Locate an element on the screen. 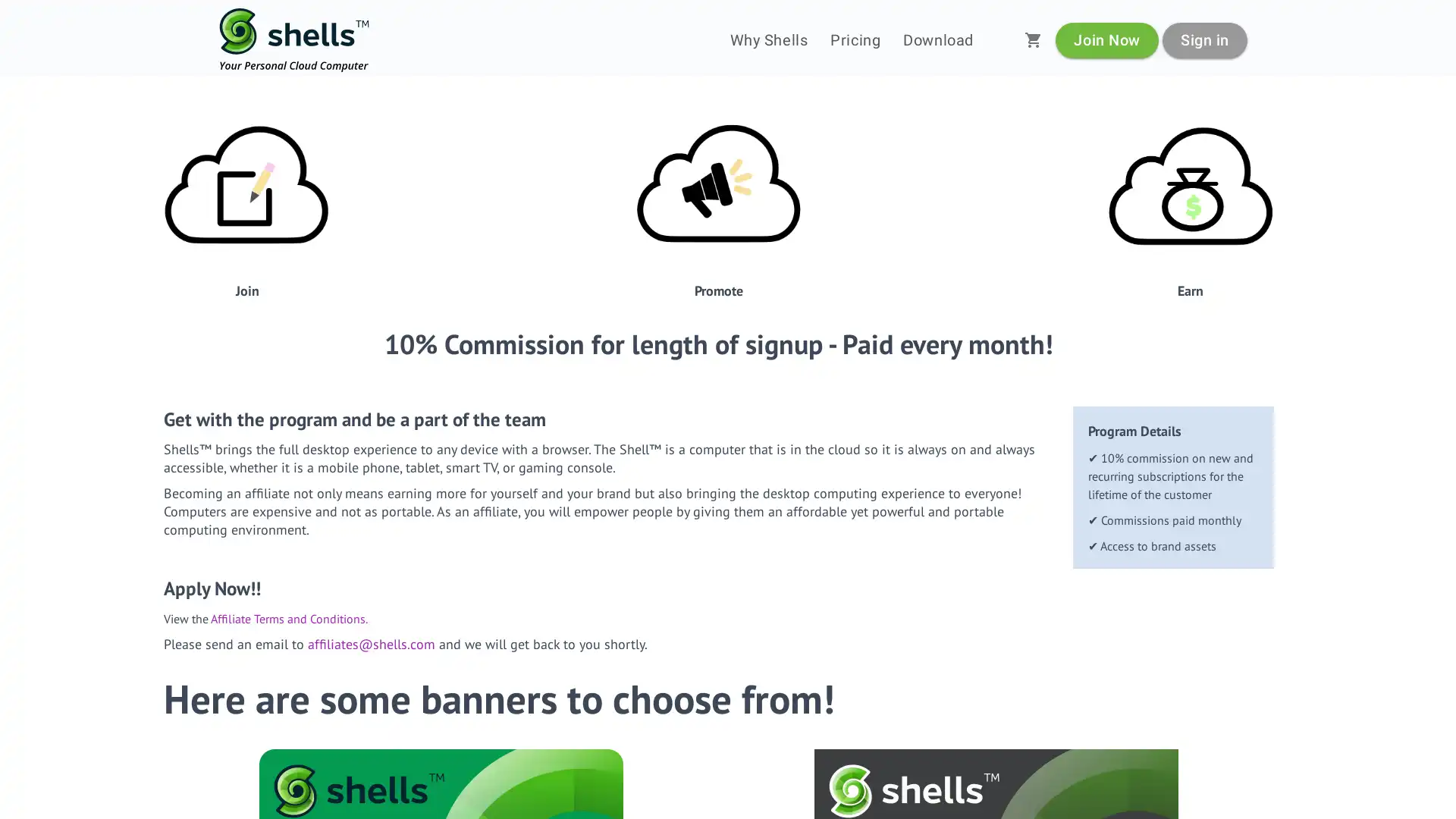  Sign in is located at coordinates (1203, 39).